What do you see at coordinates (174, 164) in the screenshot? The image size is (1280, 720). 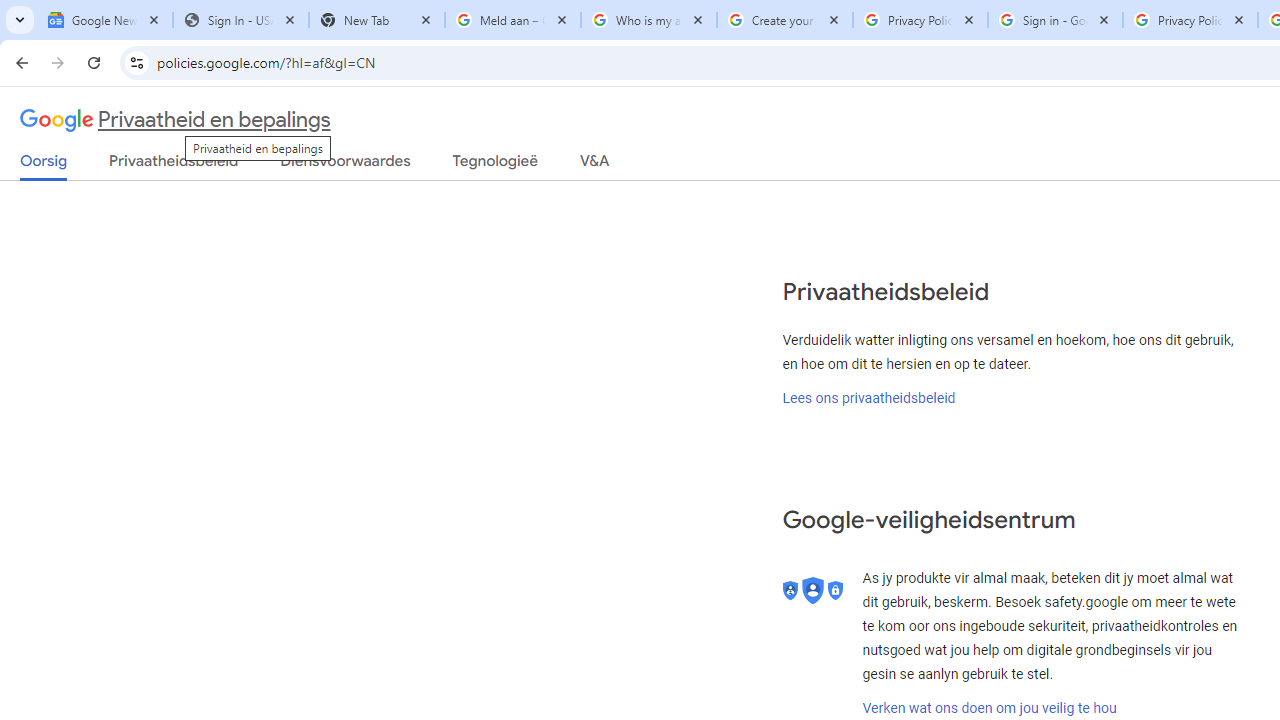 I see `'Privaatheidsbeleid'` at bounding box center [174, 164].